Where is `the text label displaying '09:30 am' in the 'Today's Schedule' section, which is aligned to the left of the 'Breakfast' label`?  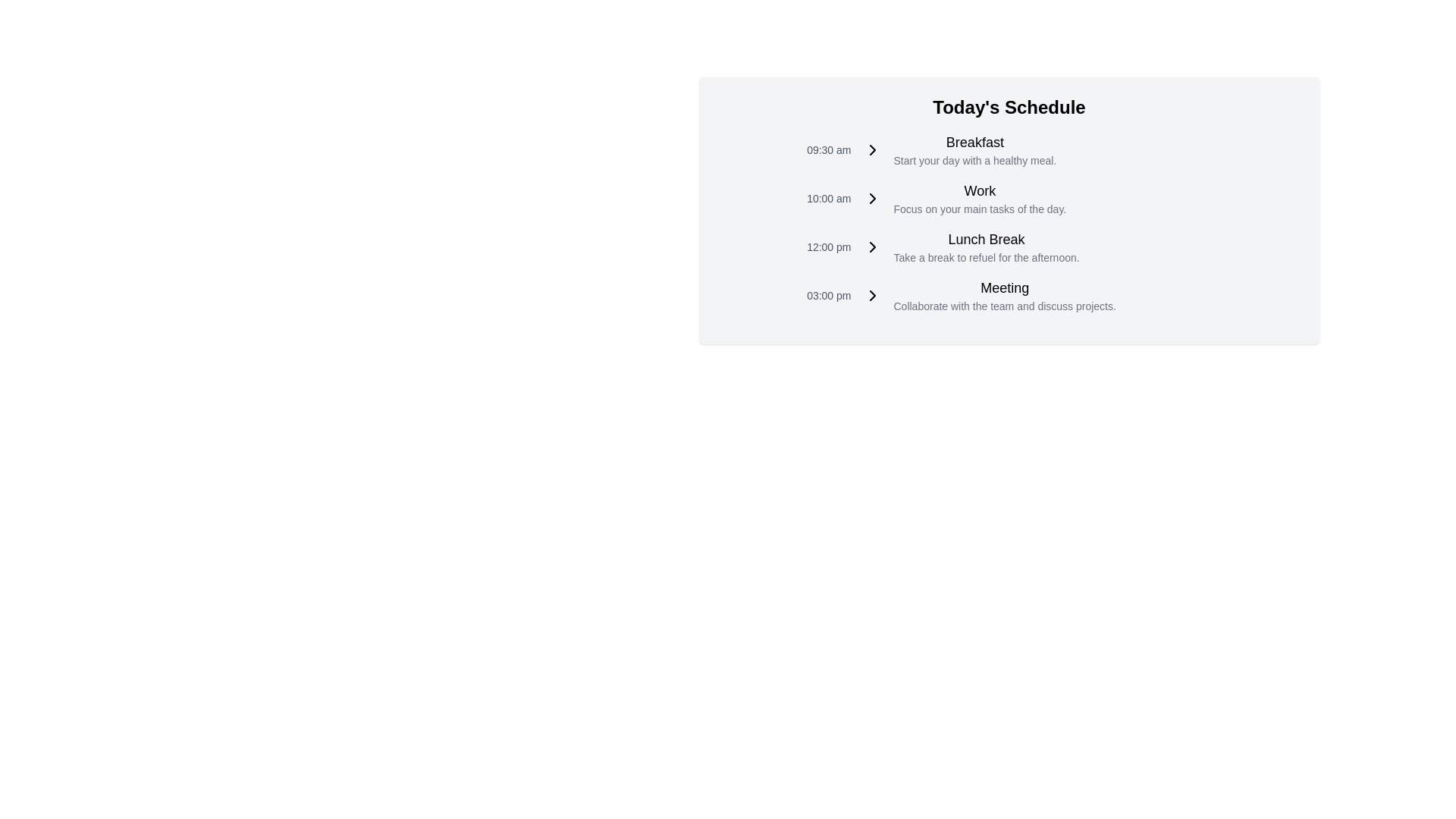 the text label displaying '09:30 am' in the 'Today's Schedule' section, which is aligned to the left of the 'Breakfast' label is located at coordinates (828, 149).